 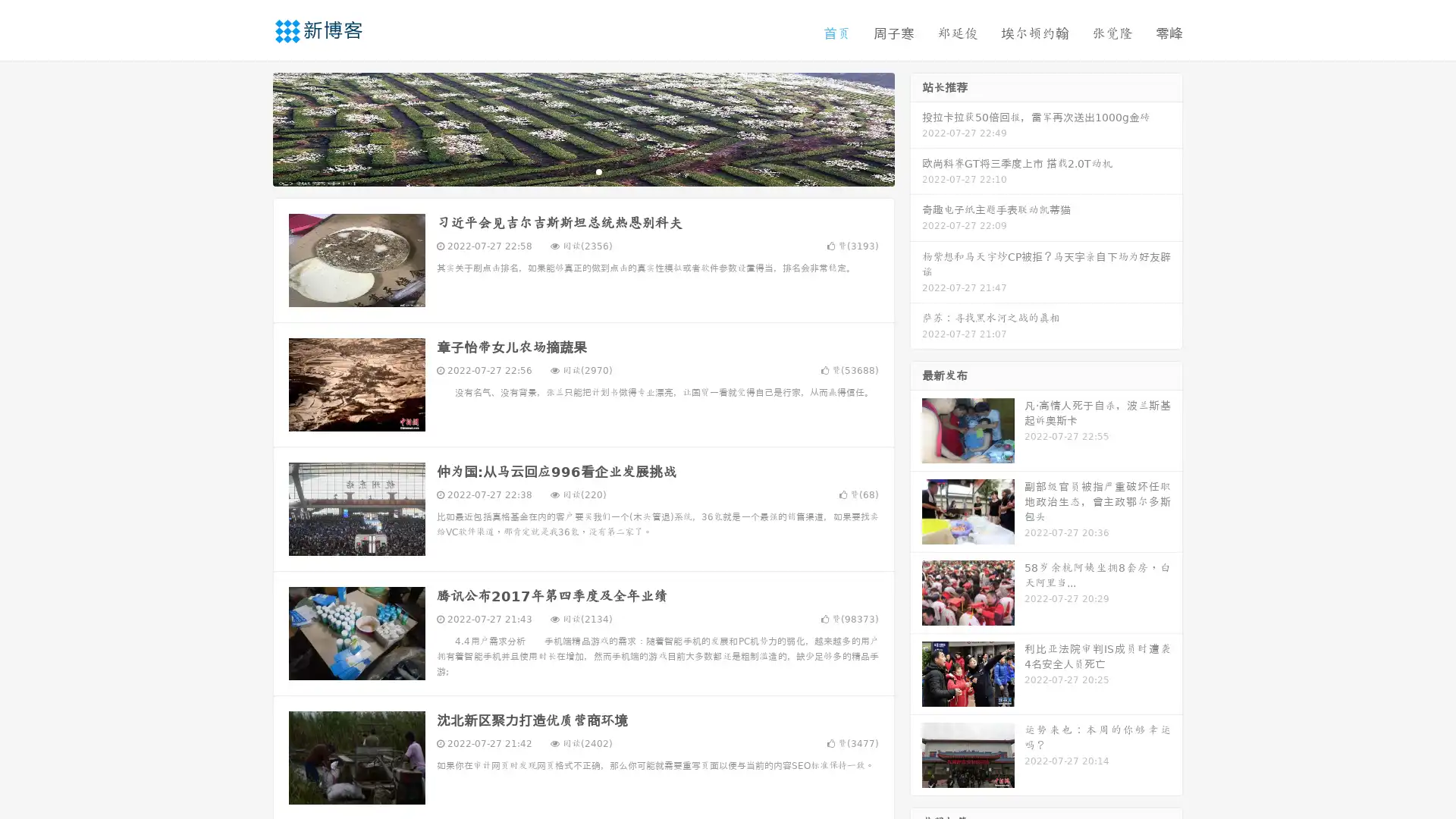 What do you see at coordinates (567, 171) in the screenshot?
I see `Go to slide 1` at bounding box center [567, 171].